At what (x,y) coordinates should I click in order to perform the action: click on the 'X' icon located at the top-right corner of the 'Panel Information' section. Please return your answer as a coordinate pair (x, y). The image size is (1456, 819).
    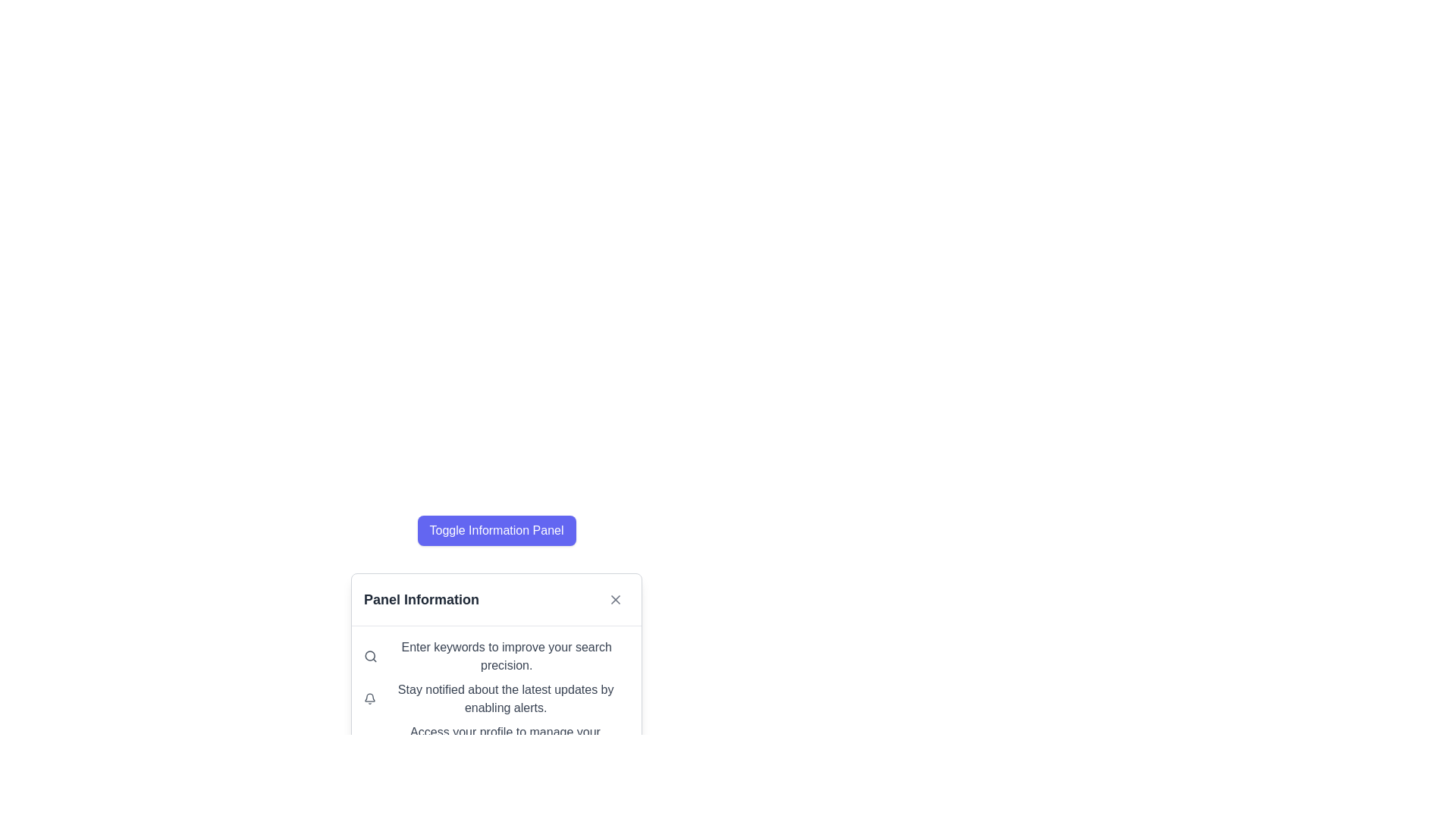
    Looking at the image, I should click on (615, 598).